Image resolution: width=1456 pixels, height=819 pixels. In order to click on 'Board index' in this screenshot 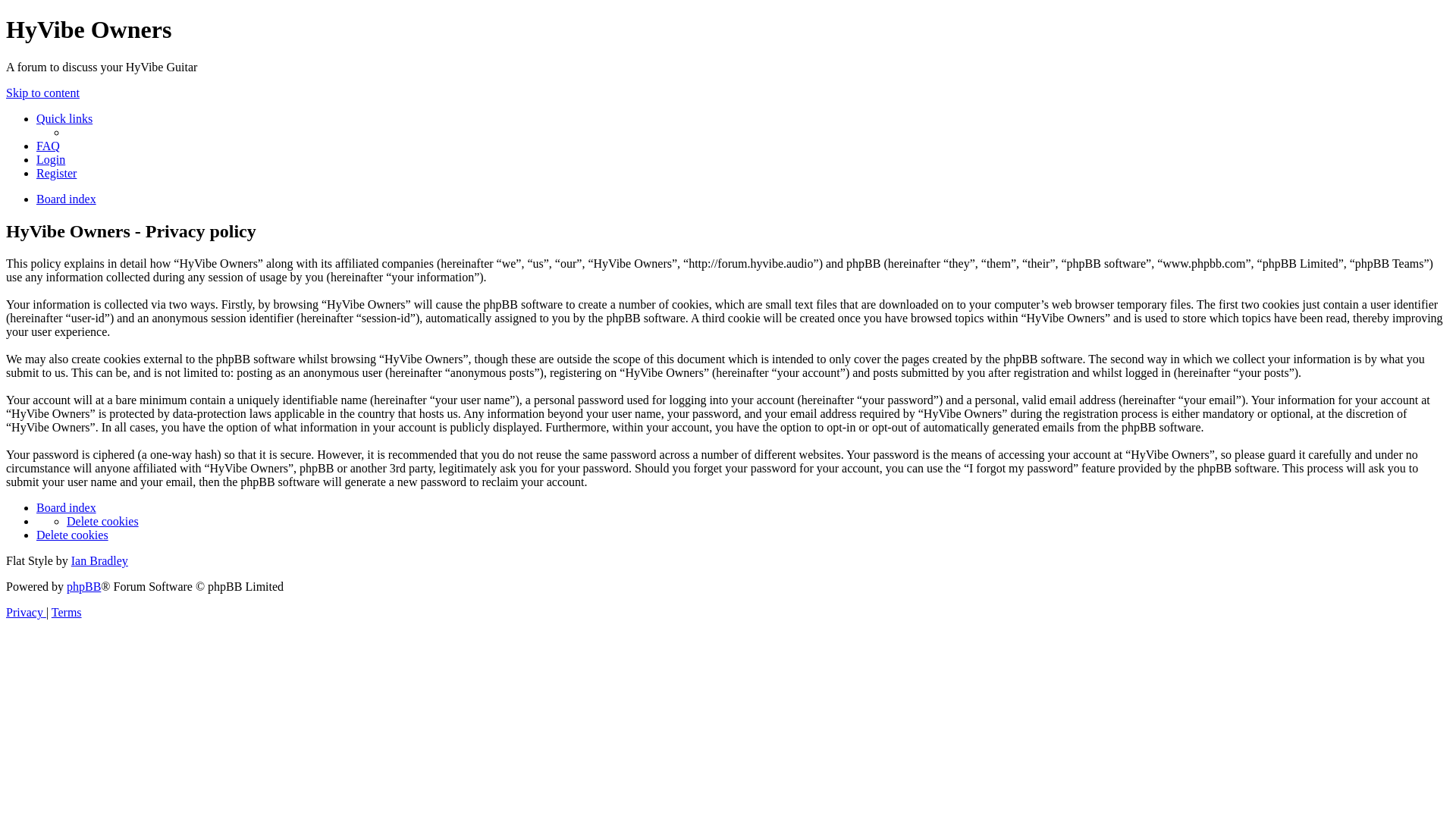, I will do `click(65, 198)`.